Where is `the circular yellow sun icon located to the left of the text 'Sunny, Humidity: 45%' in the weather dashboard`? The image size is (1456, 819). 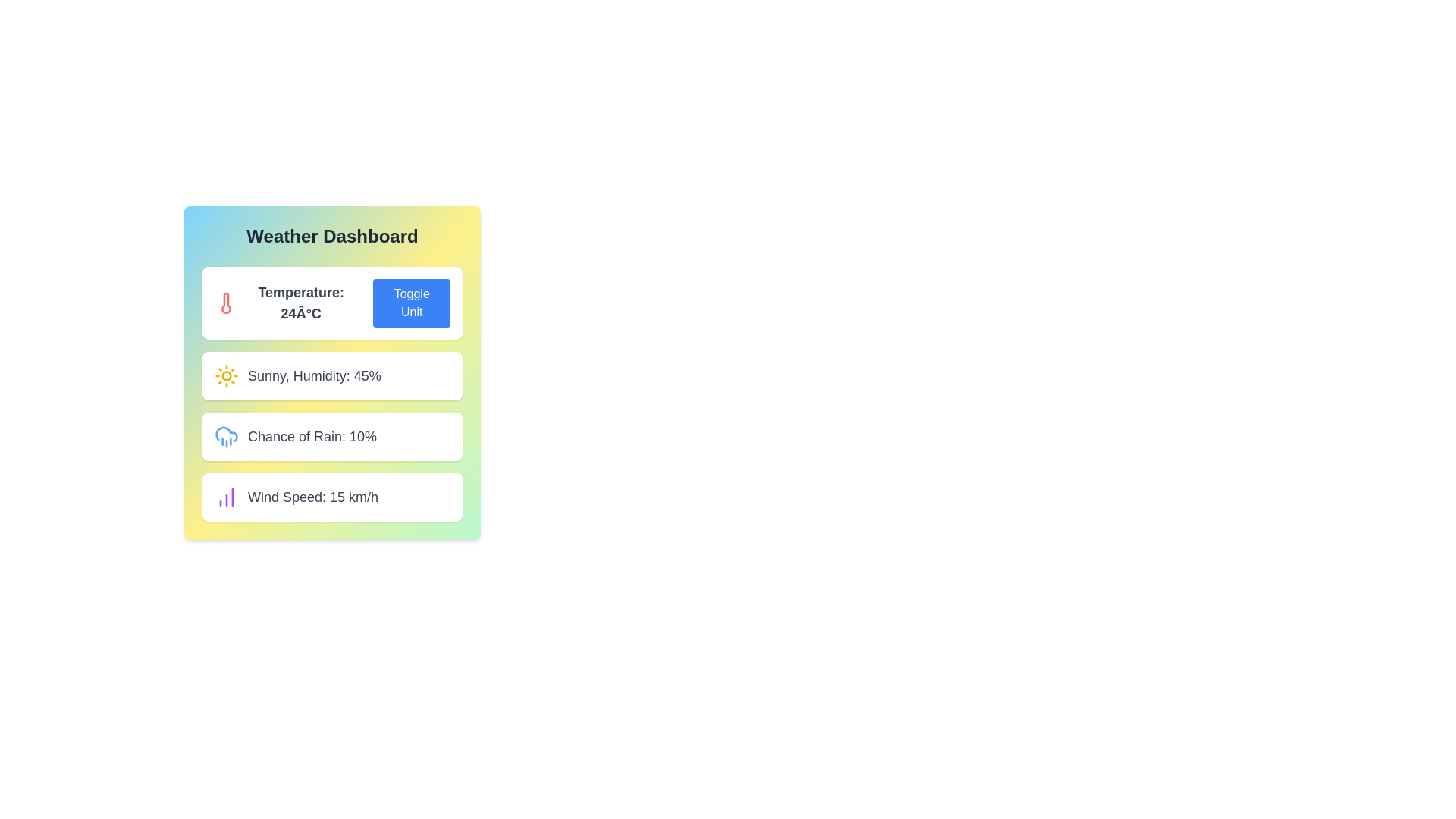 the circular yellow sun icon located to the left of the text 'Sunny, Humidity: 45%' in the weather dashboard is located at coordinates (225, 375).